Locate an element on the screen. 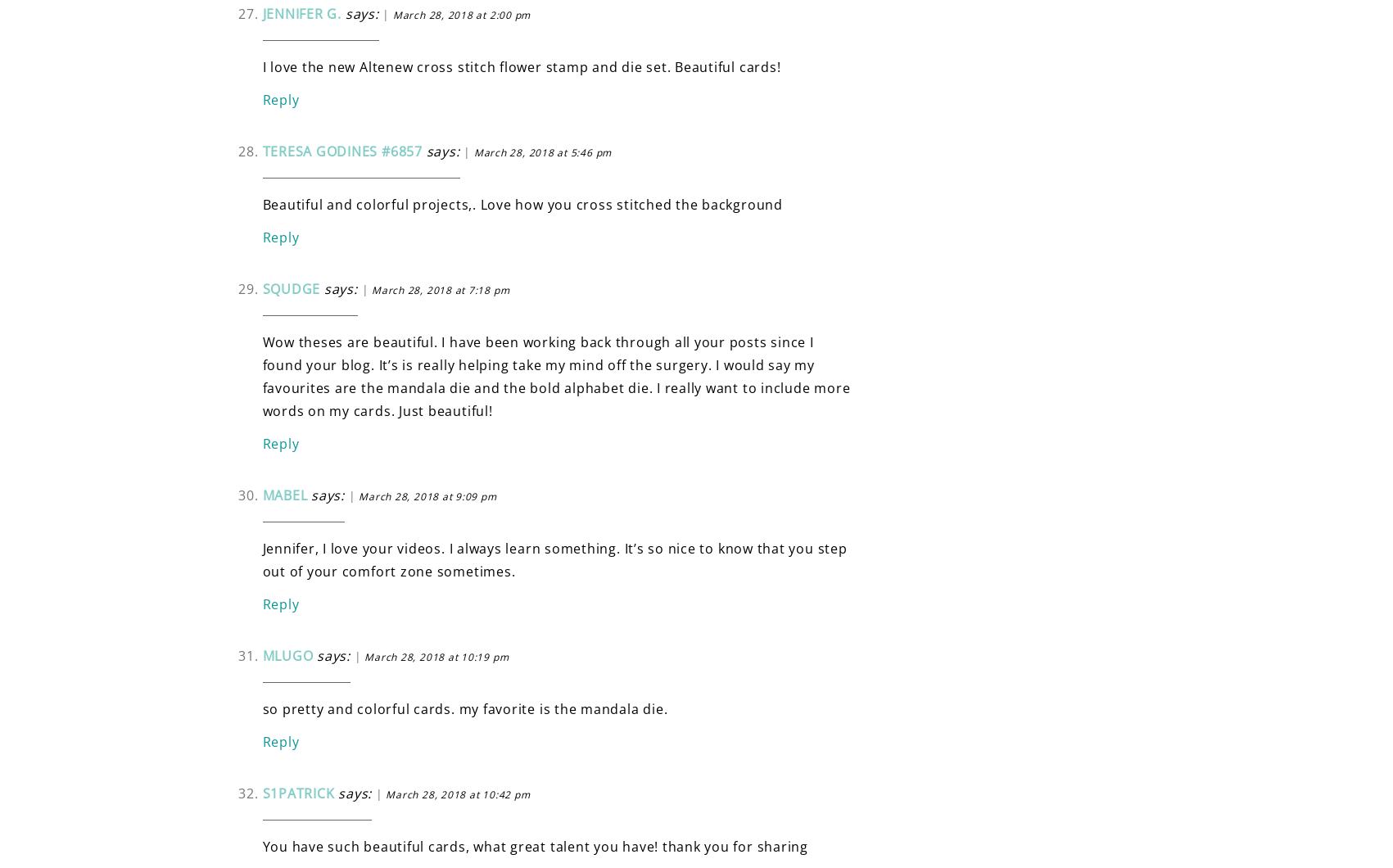 The height and width of the screenshot is (868, 1393). 'MLugo' is located at coordinates (287, 654).